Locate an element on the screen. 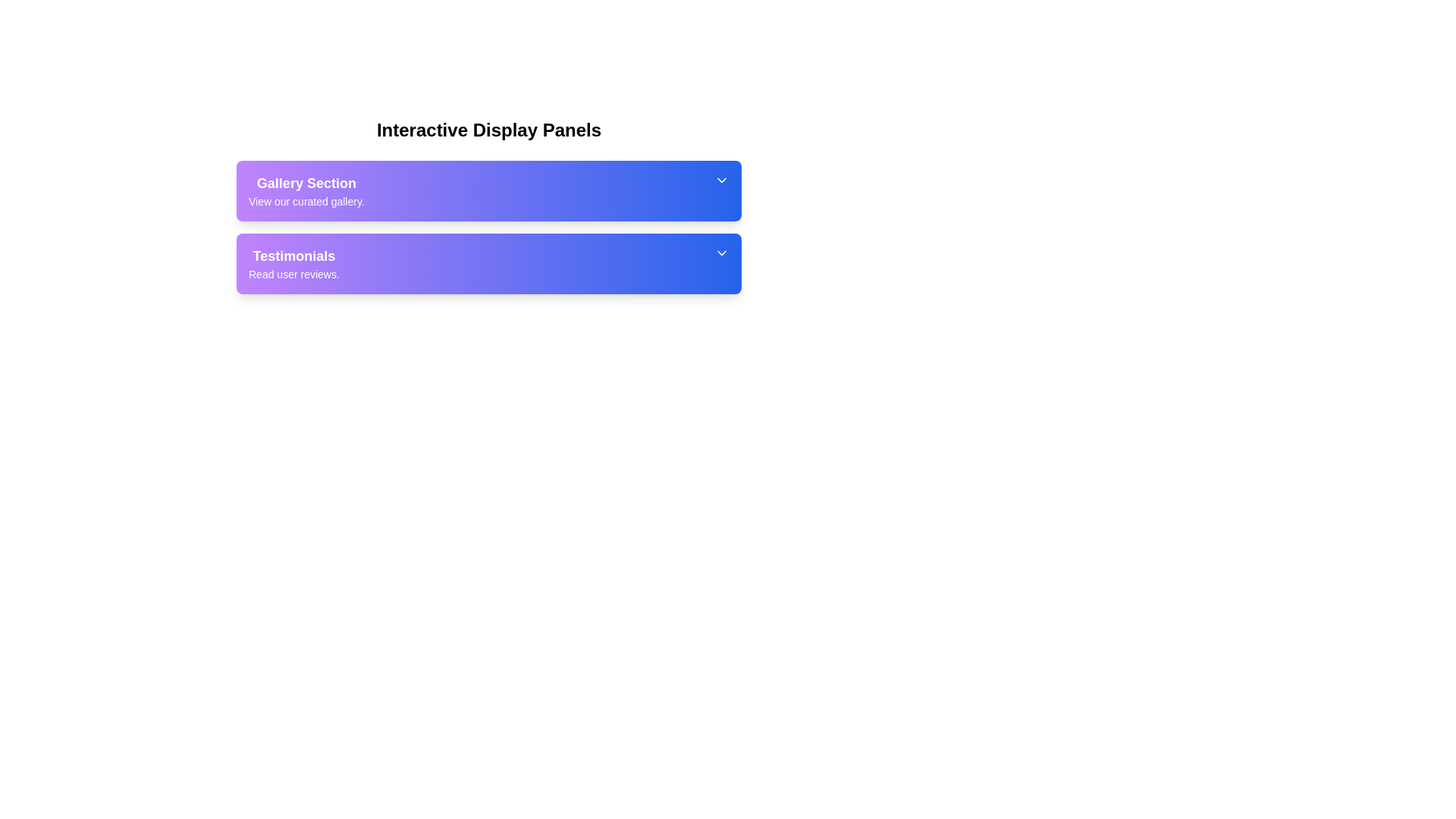 The height and width of the screenshot is (819, 1456). the 'Testimonials' text label, which is prominently displayed in a bold font on a gradient background panel is located at coordinates (293, 256).